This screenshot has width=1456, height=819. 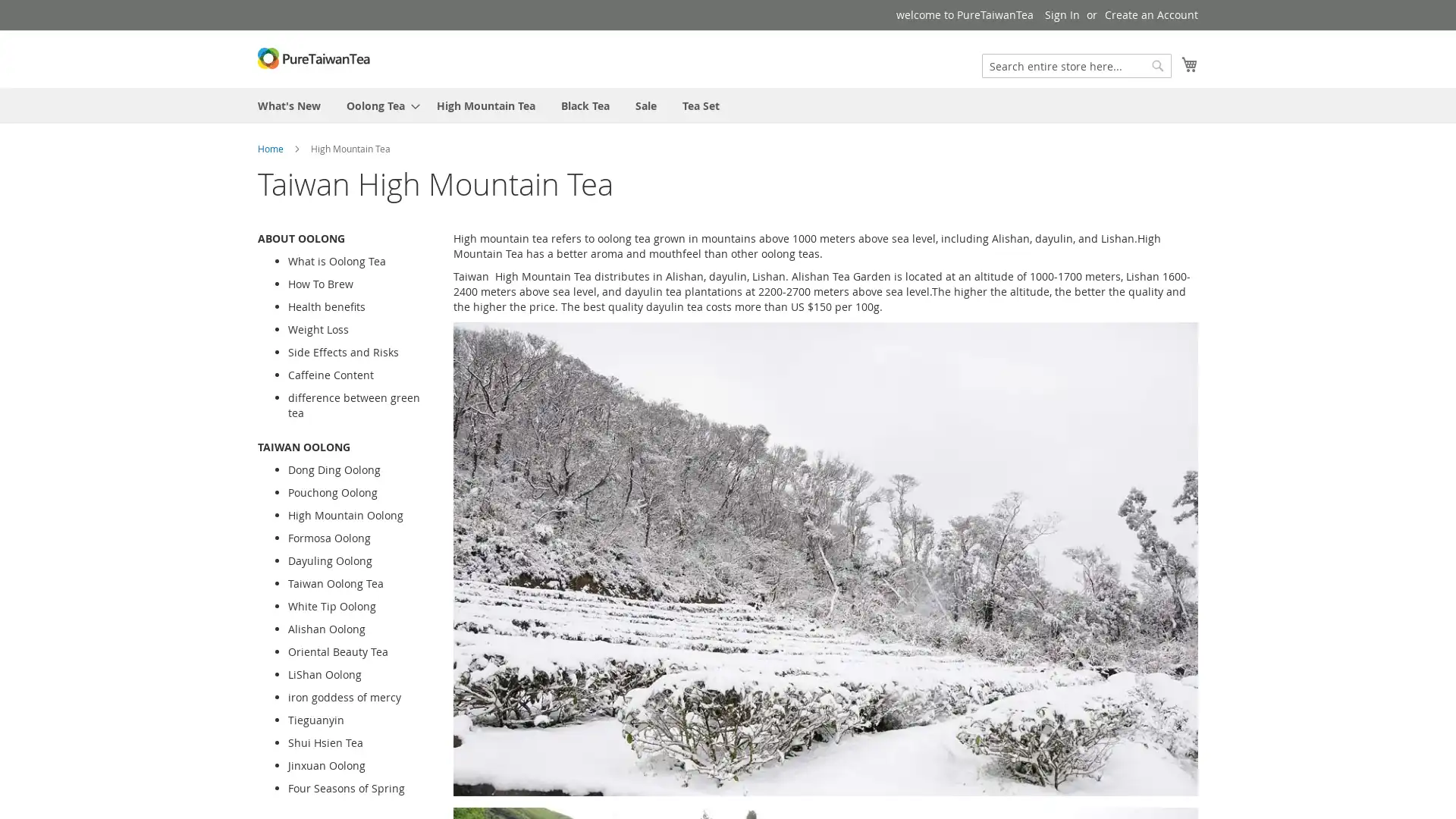 What do you see at coordinates (1156, 65) in the screenshot?
I see `Search` at bounding box center [1156, 65].